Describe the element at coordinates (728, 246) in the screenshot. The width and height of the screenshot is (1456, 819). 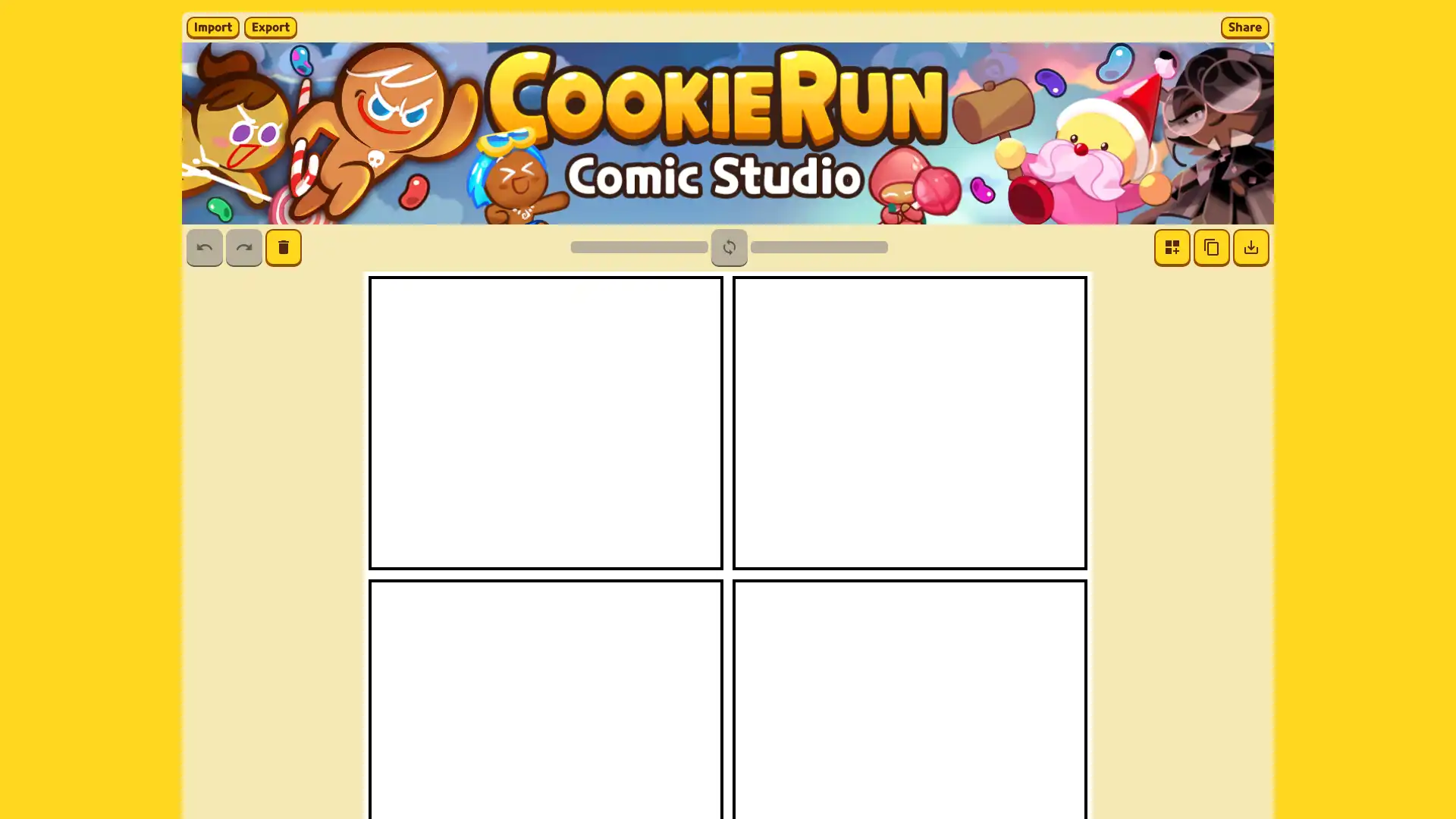
I see `loop` at that location.